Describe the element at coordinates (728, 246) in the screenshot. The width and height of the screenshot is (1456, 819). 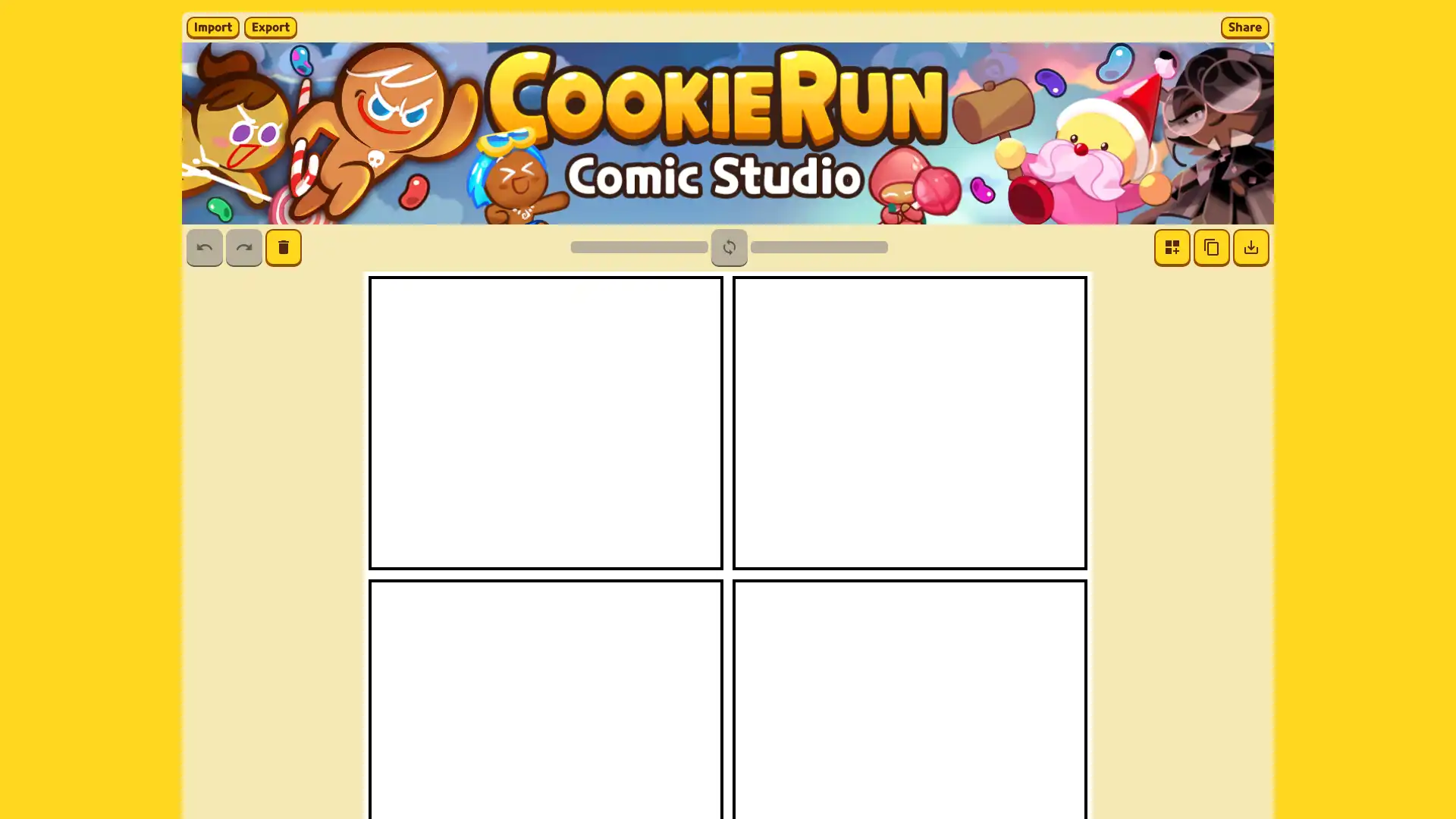
I see `loop` at that location.